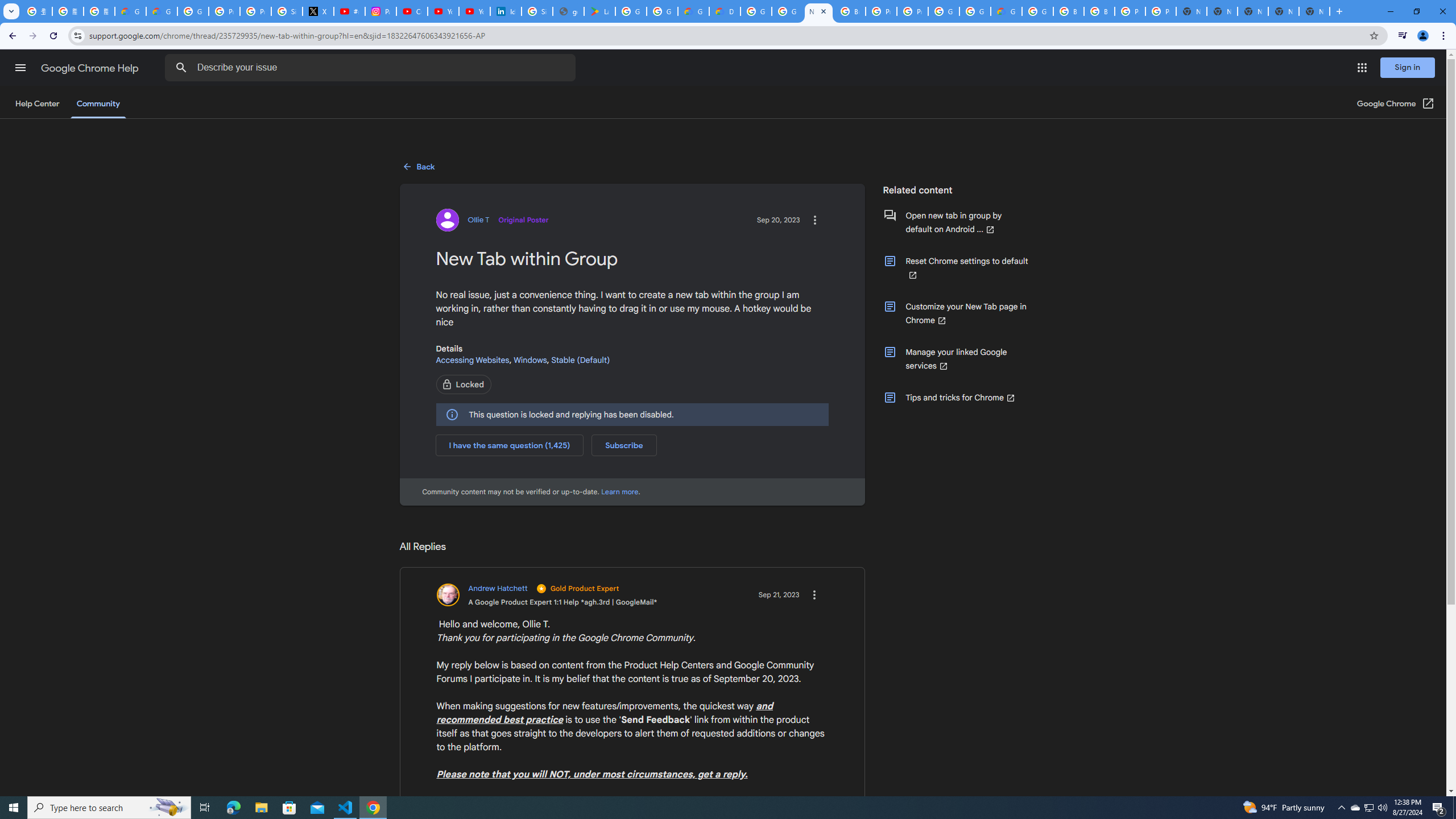  Describe the element at coordinates (974, 11) in the screenshot. I see `'Google Cloud Platform'` at that location.